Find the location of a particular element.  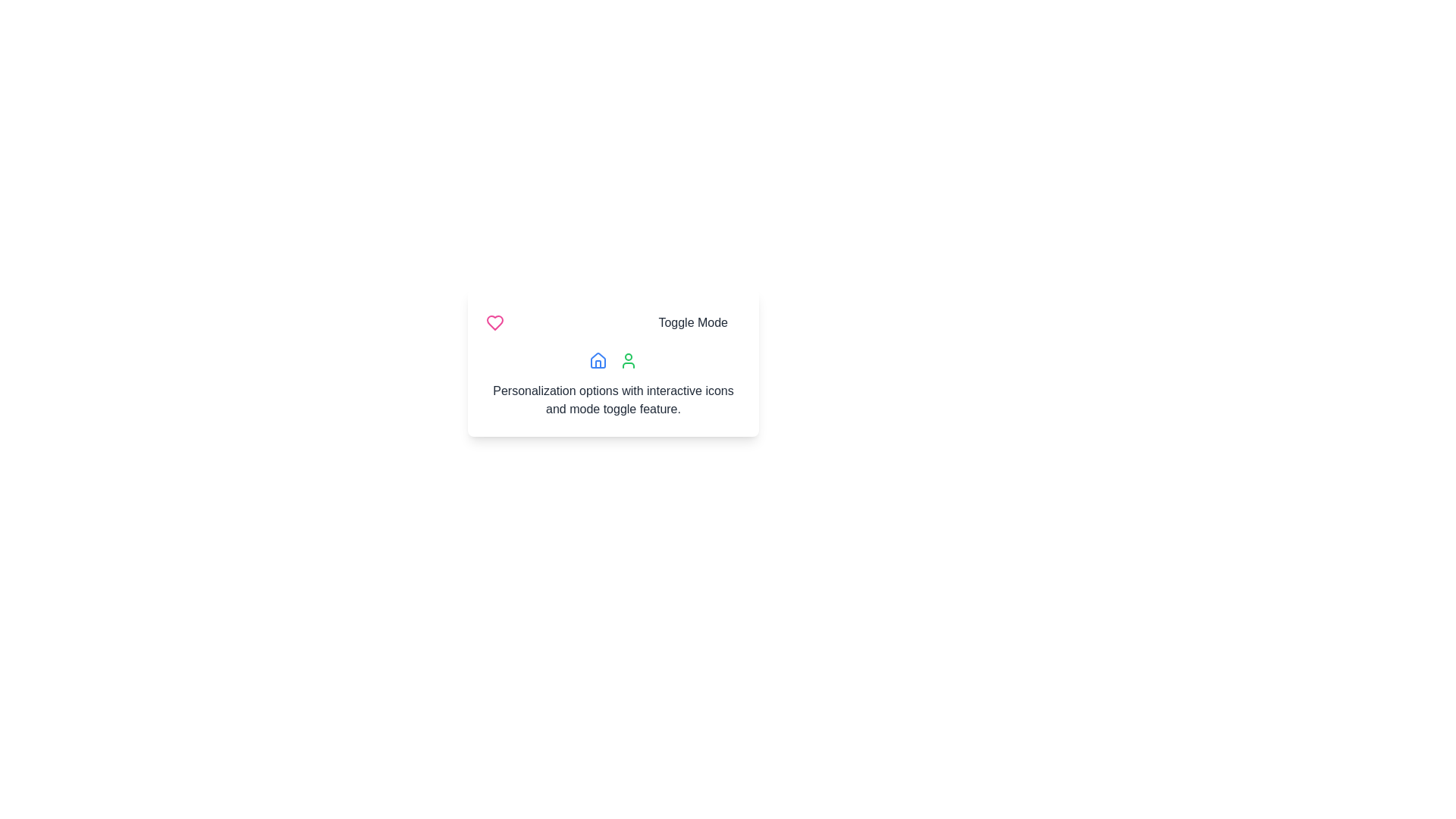

the styling of the roof within the house icon, which is characterized by its triangular shape and blue outlines, located centrally in a row of three icons is located at coordinates (597, 359).